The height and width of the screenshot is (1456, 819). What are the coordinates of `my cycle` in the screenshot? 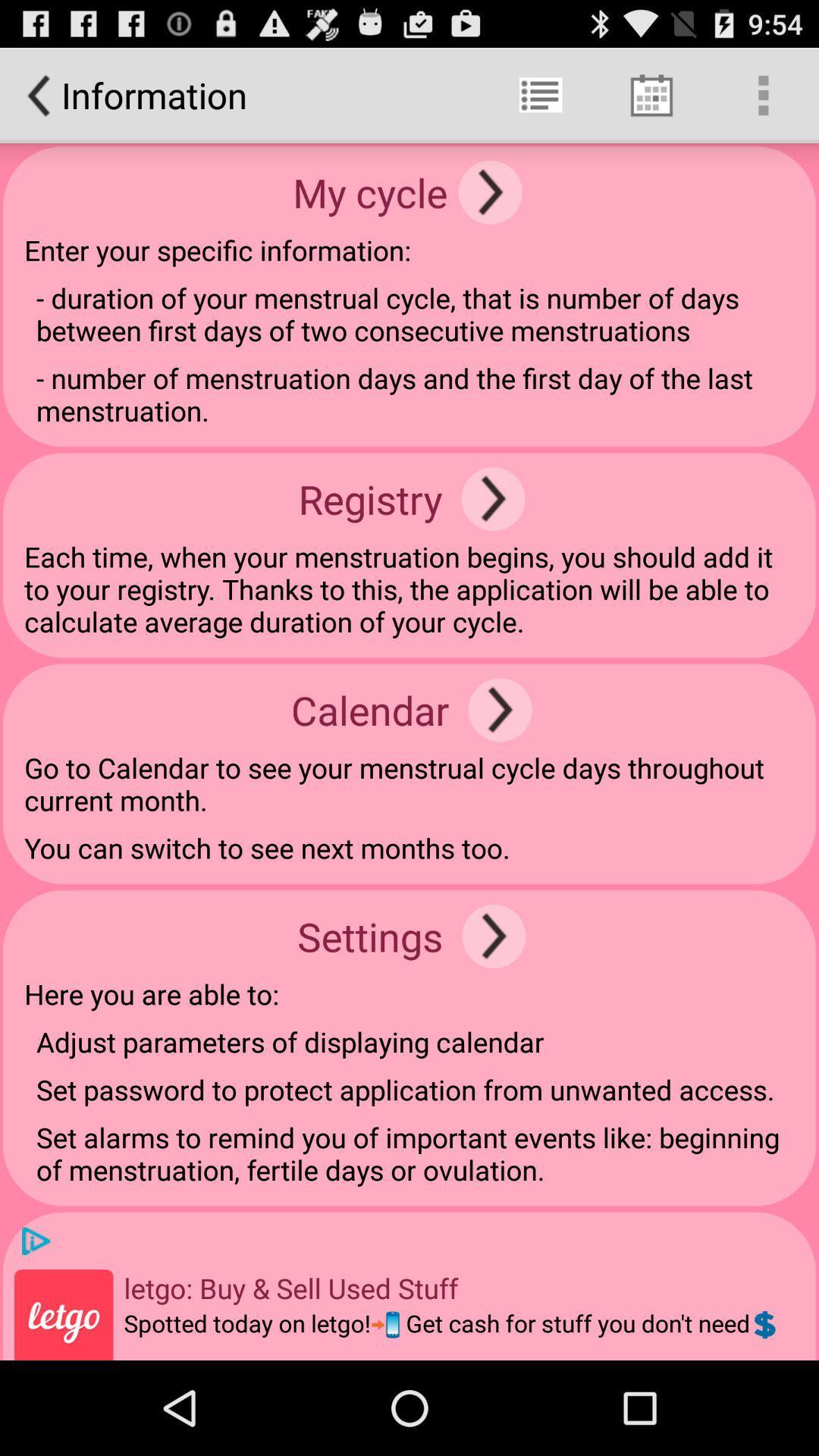 It's located at (490, 191).